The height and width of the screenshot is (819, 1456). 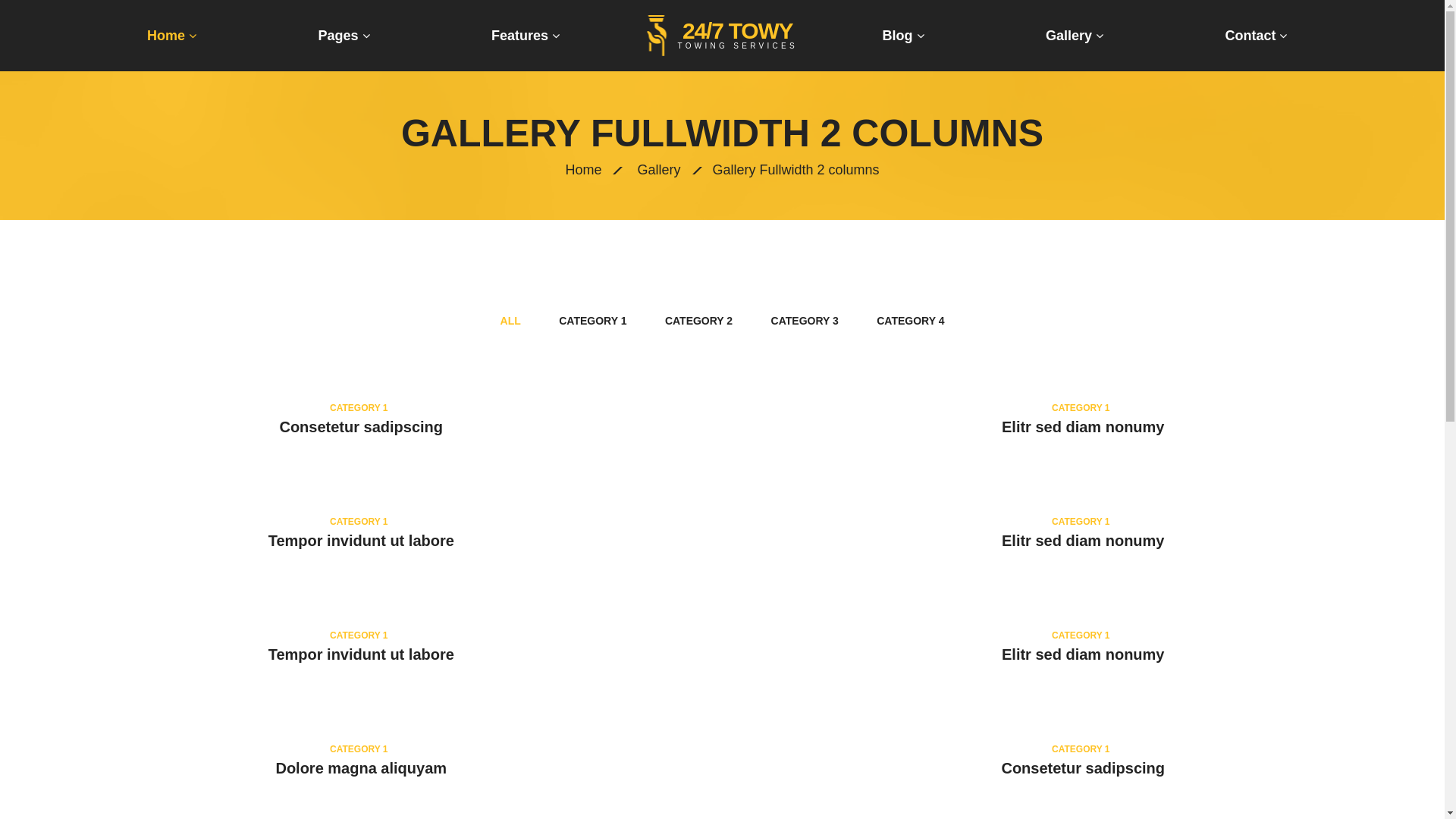 What do you see at coordinates (171, 34) in the screenshot?
I see `'Home'` at bounding box center [171, 34].